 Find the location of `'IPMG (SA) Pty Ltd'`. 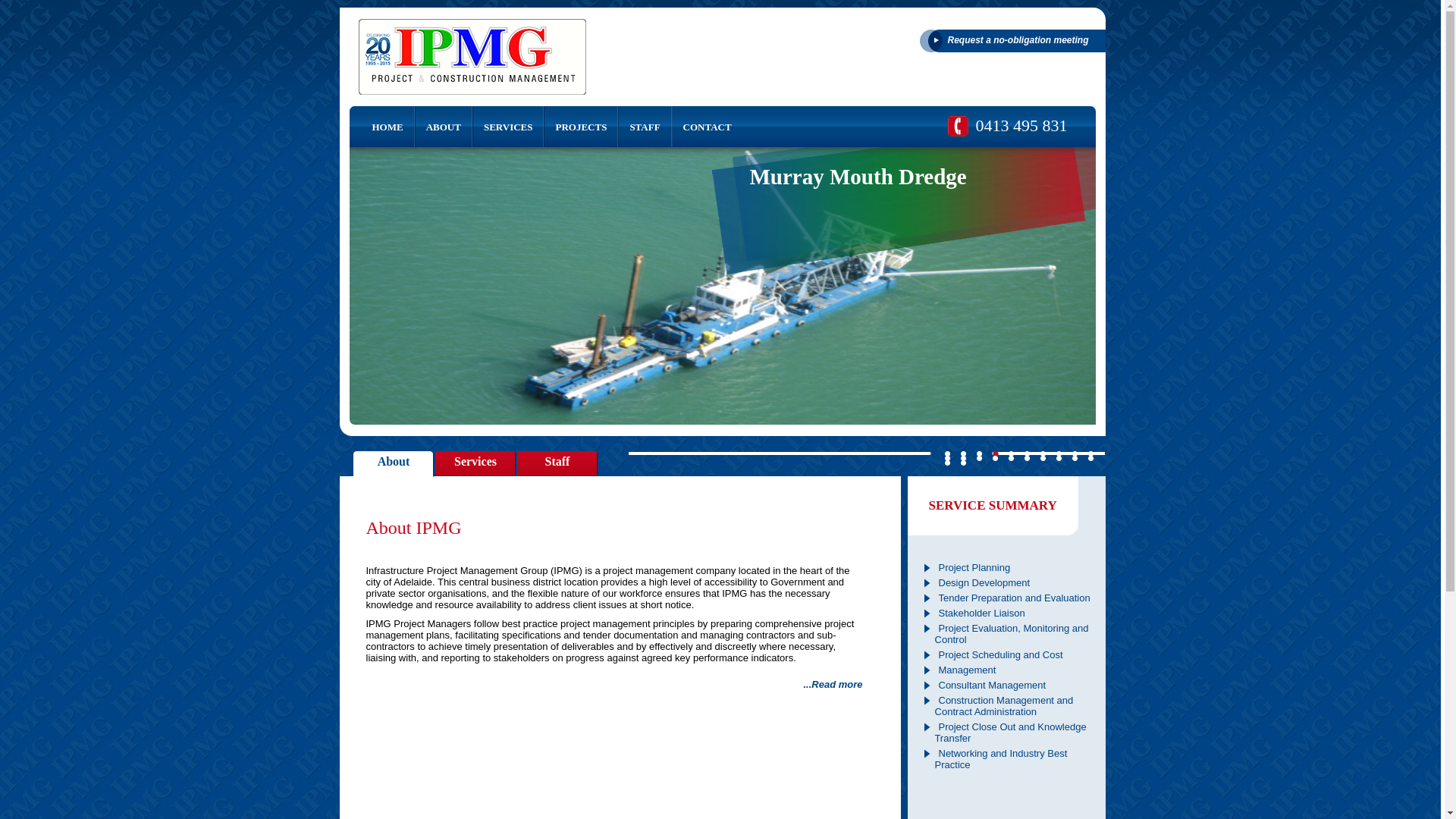

'IPMG (SA) Pty Ltd' is located at coordinates (471, 55).